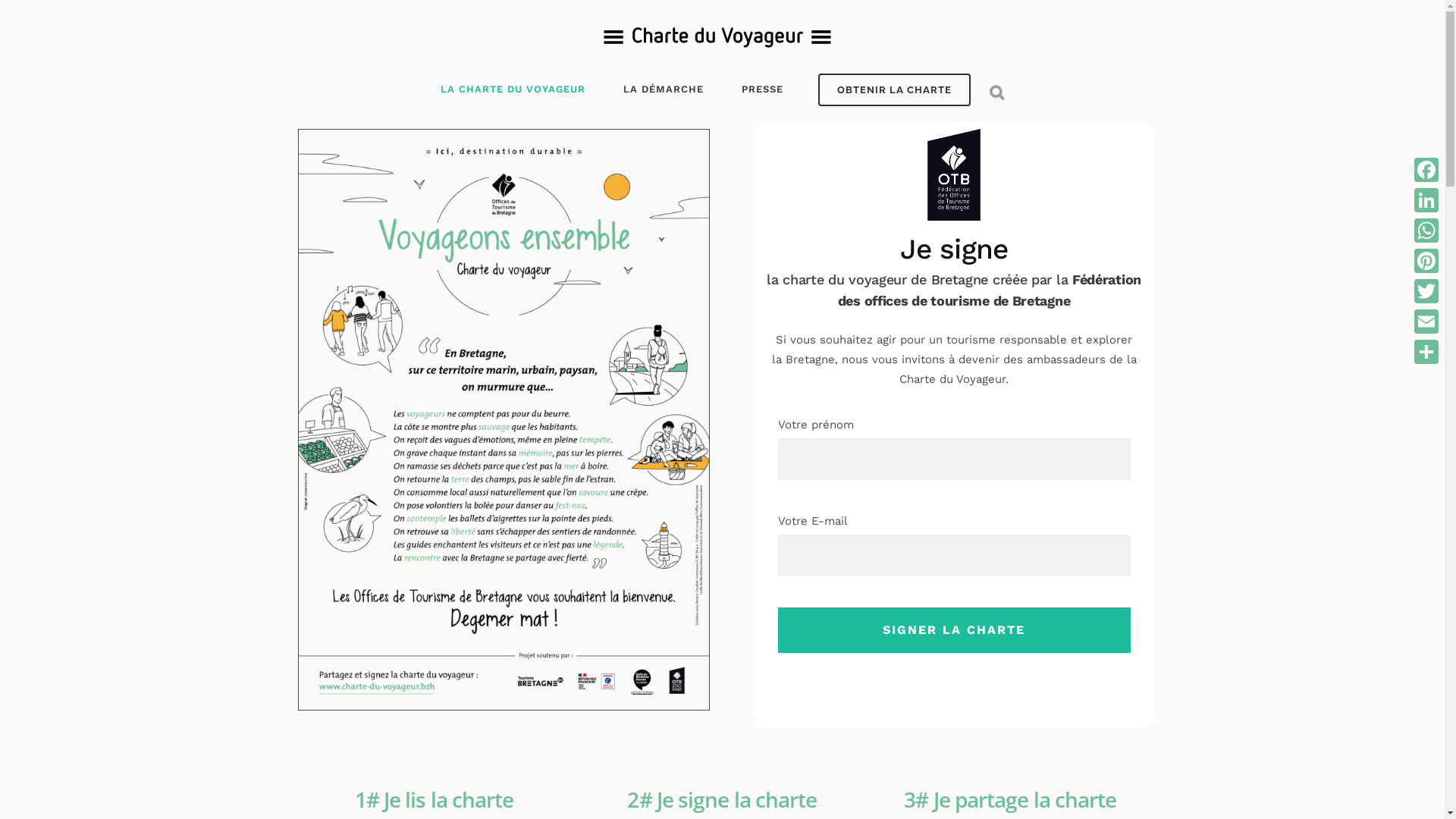 The image size is (1456, 819). I want to click on 'OBTENIR LA CHARTE', so click(893, 89).